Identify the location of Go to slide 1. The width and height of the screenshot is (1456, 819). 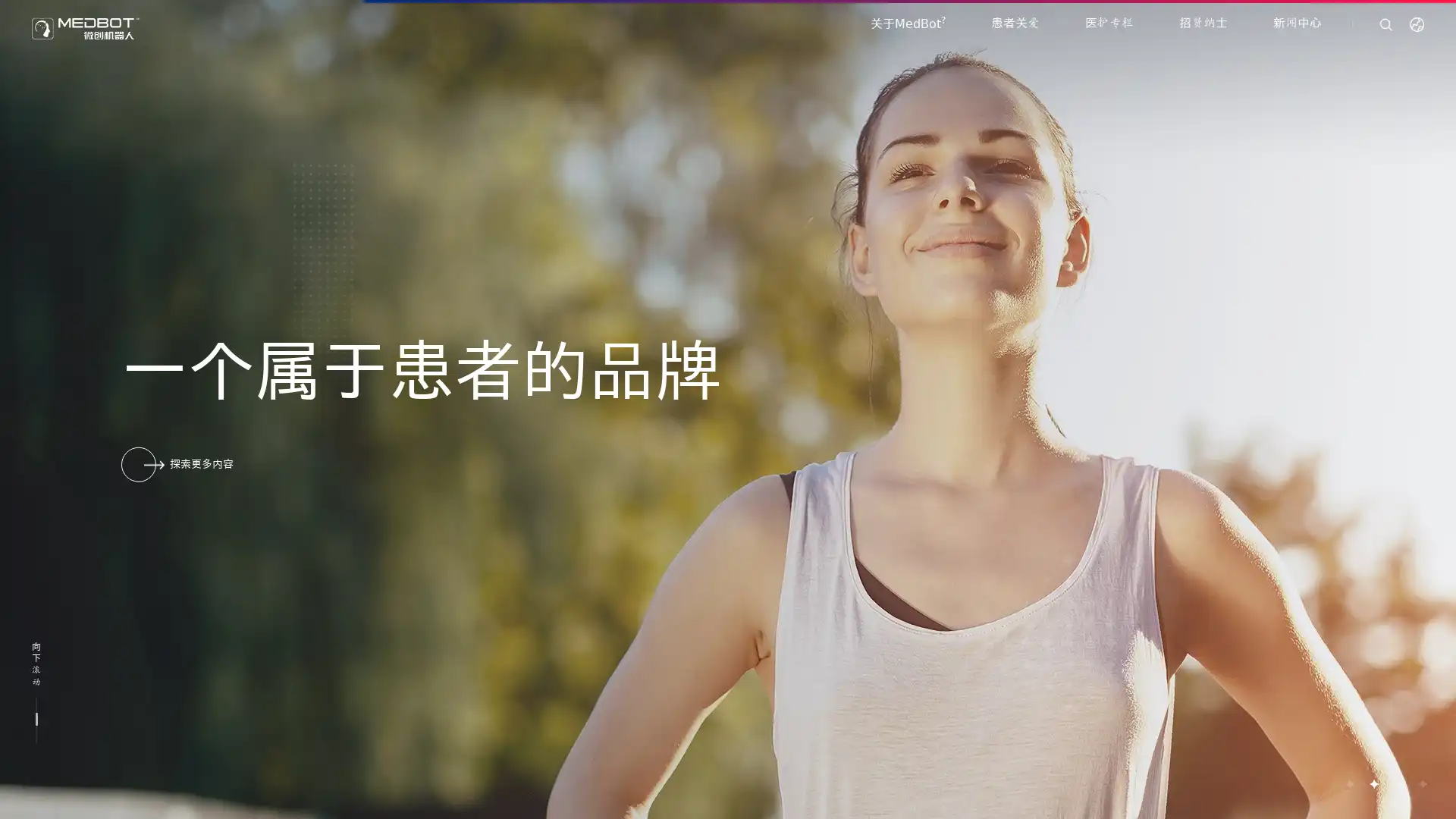
(1349, 783).